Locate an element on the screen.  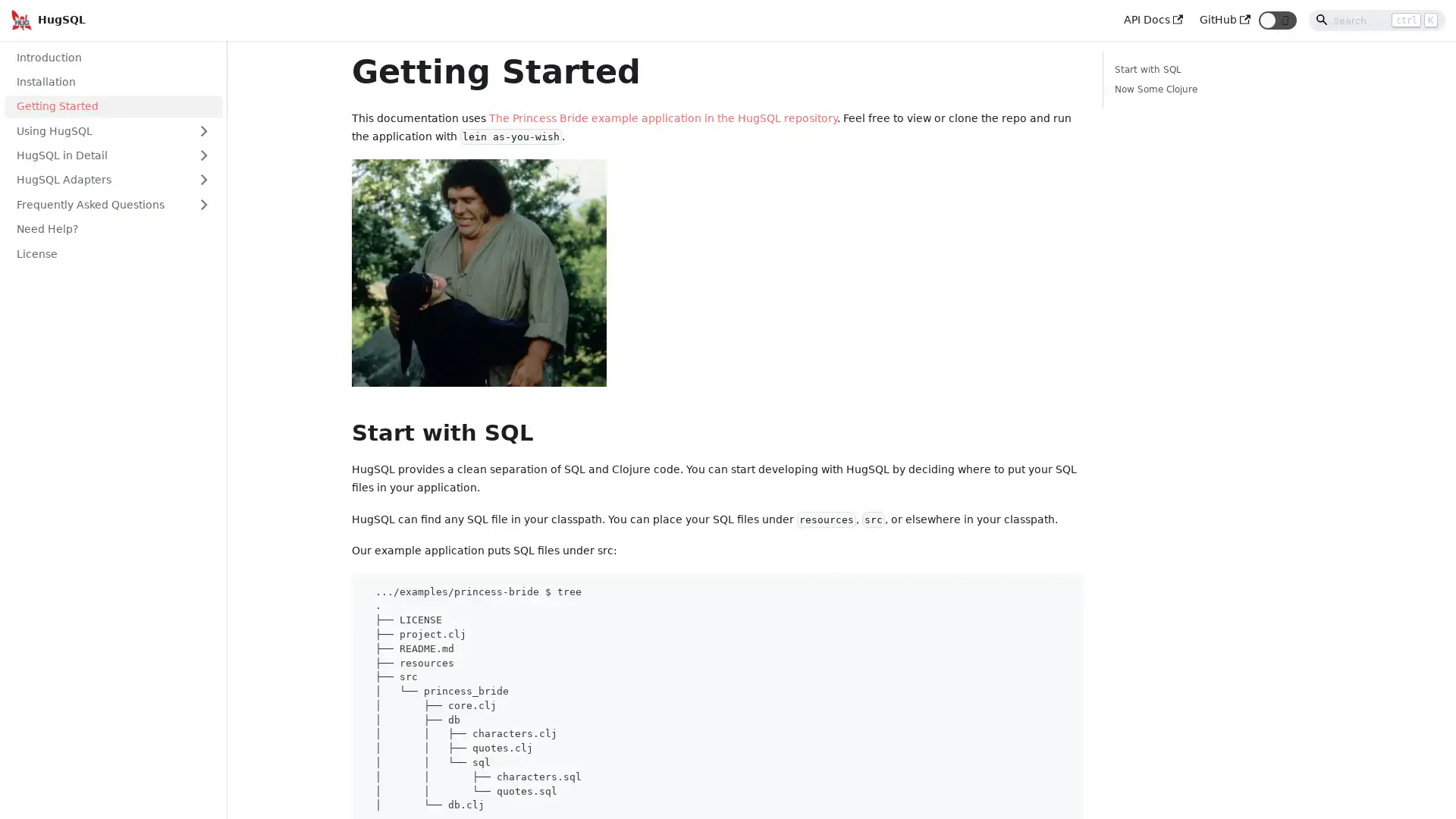
Copy code to clipboard is located at coordinates (1056, 588).